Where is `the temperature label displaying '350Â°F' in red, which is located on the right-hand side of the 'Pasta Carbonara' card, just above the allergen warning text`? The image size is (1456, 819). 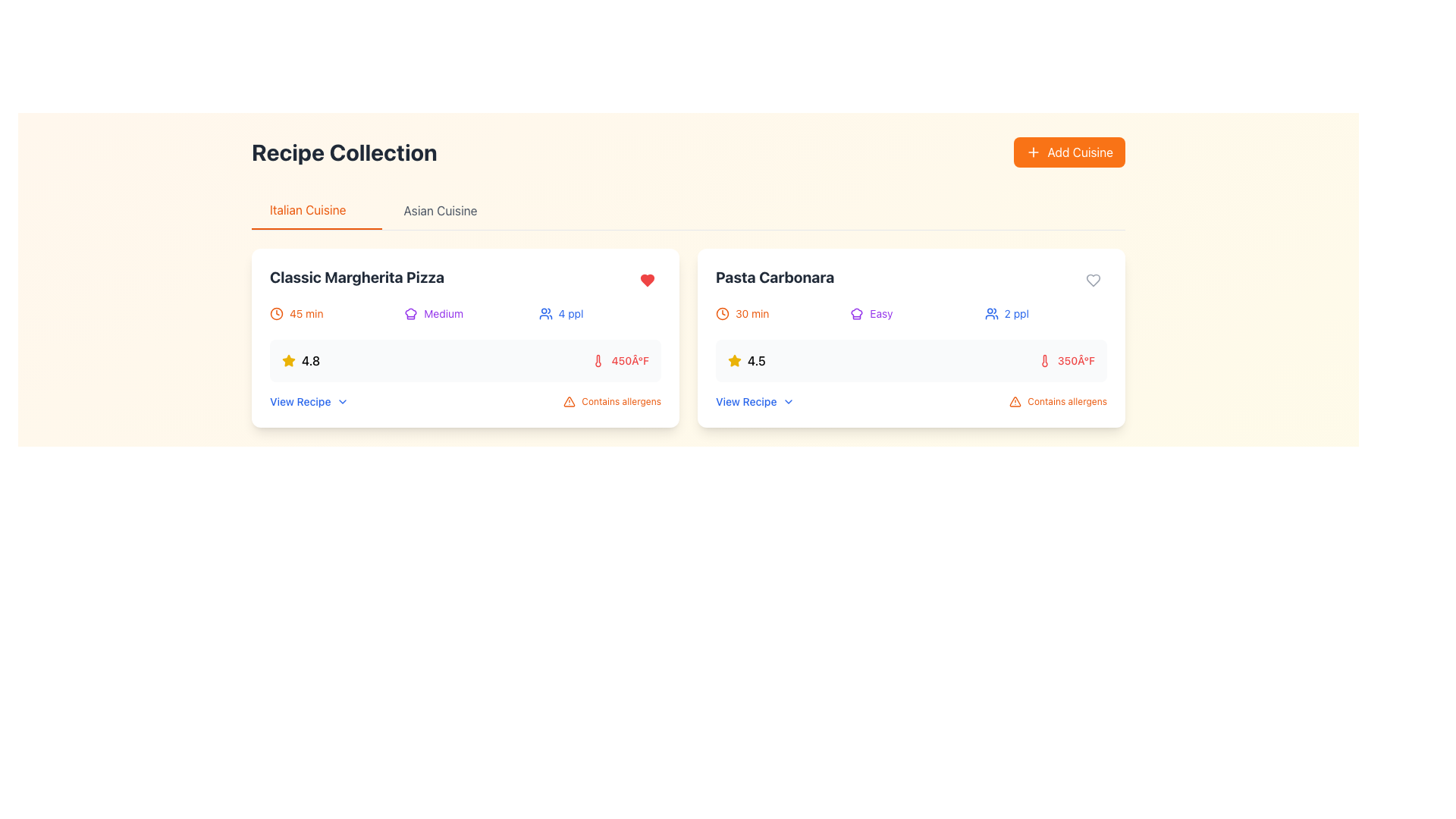
the temperature label displaying '350Â°F' in red, which is located on the right-hand side of the 'Pasta Carbonara' card, just above the allergen warning text is located at coordinates (1075, 360).